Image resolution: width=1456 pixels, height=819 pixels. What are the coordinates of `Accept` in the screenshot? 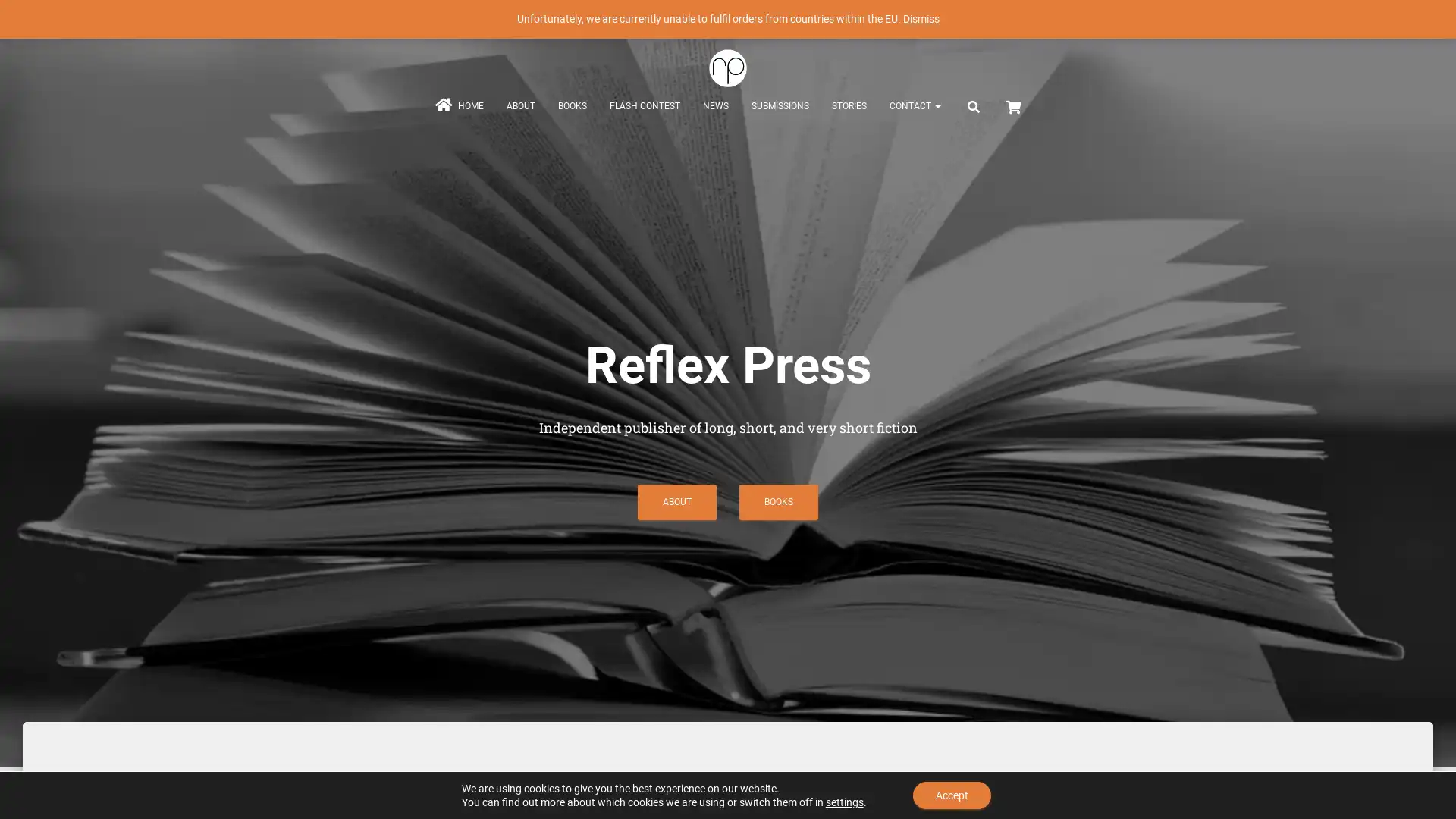 It's located at (951, 795).